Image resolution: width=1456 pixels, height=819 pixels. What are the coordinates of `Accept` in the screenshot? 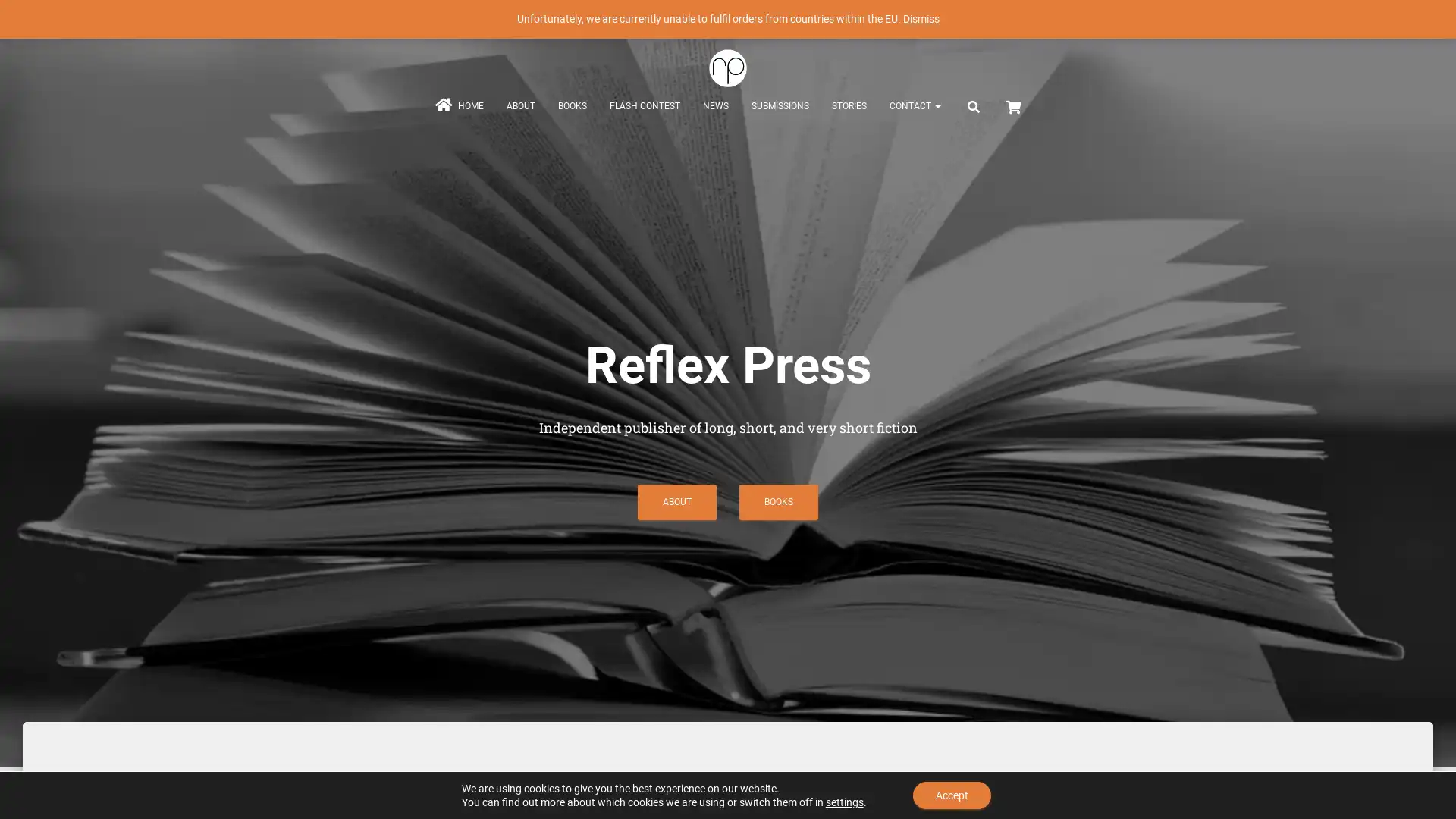 It's located at (951, 795).